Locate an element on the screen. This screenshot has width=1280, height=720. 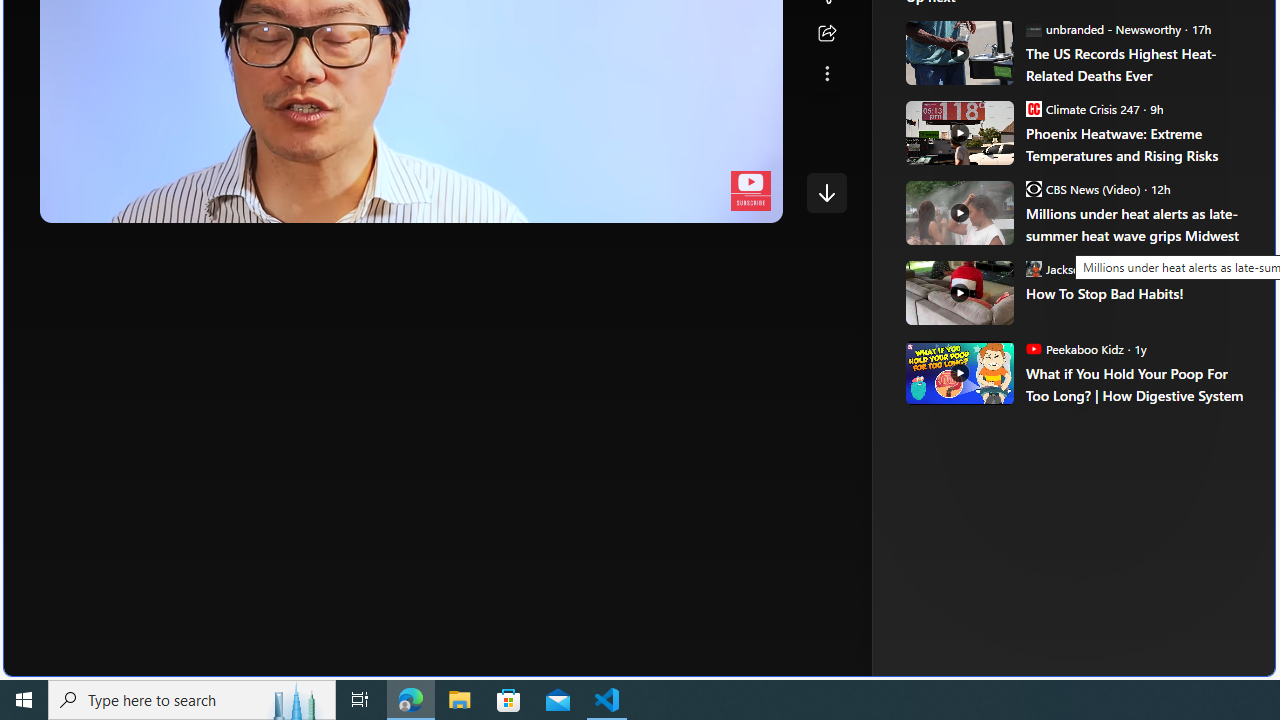
'Channel watermark' is located at coordinates (749, 191).